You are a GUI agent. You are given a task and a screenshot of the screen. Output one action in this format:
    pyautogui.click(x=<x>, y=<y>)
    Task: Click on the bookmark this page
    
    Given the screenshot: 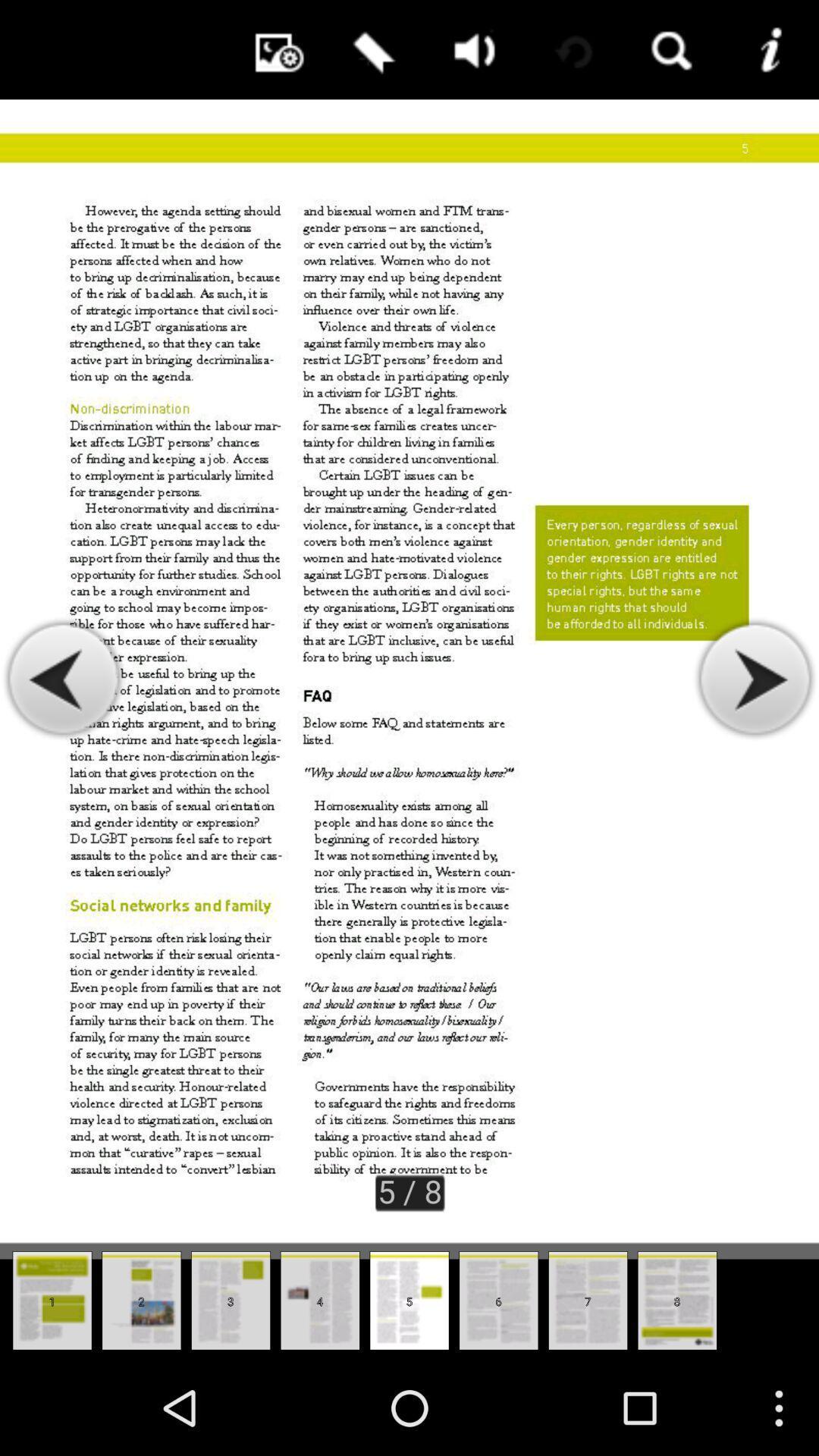 What is the action you would take?
    pyautogui.click(x=371, y=49)
    